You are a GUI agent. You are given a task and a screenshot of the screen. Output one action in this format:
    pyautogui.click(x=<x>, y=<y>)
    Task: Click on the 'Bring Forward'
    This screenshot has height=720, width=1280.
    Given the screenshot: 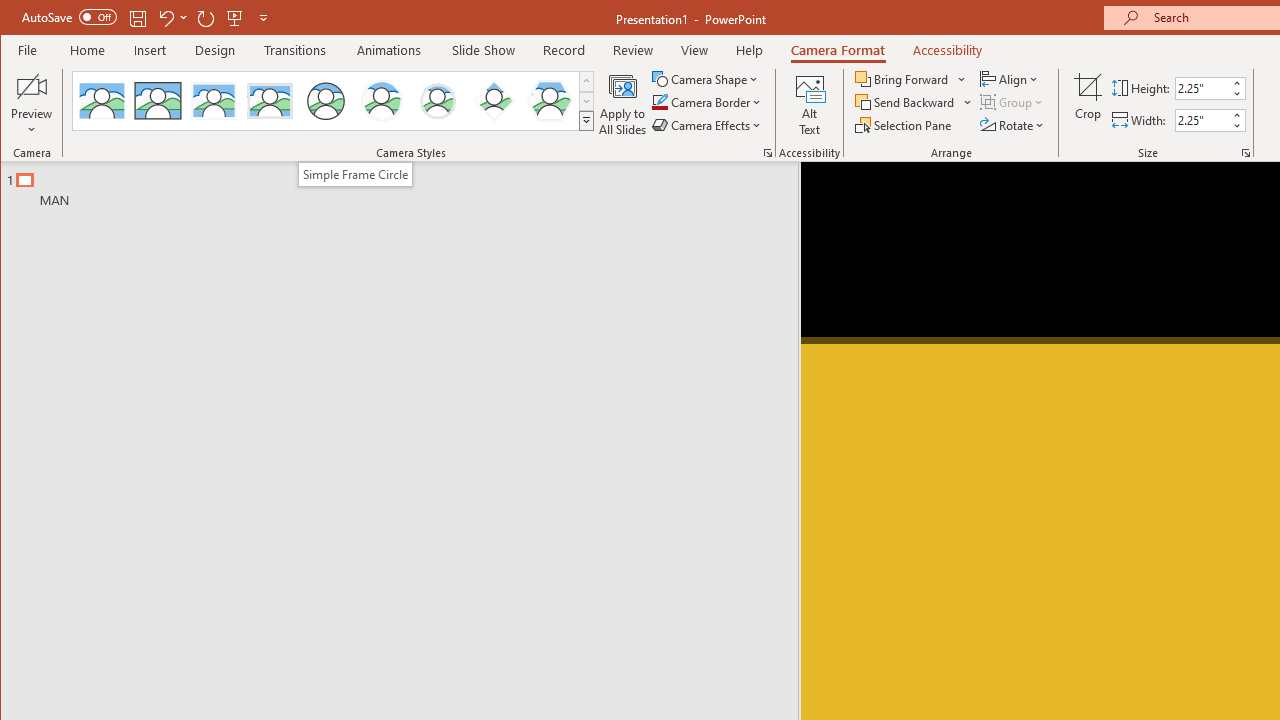 What is the action you would take?
    pyautogui.click(x=902, y=78)
    